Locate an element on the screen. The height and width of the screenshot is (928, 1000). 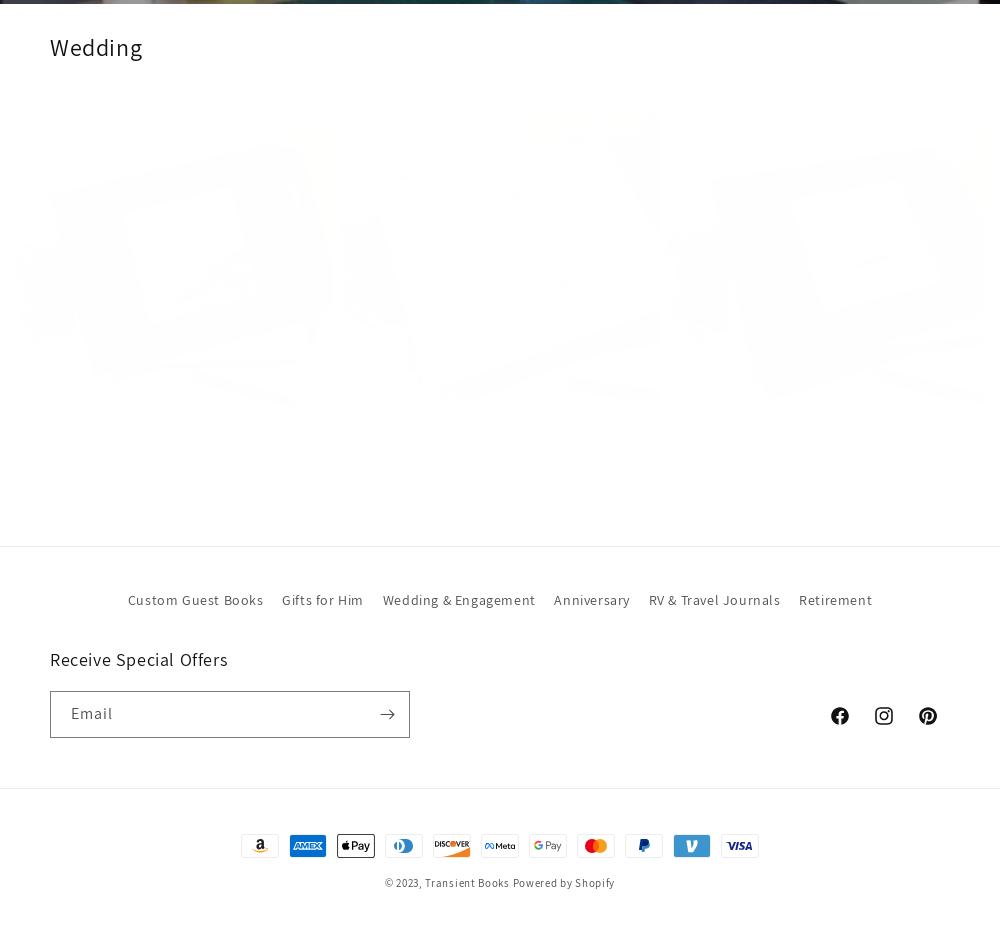
'Gifts for Him' is located at coordinates (322, 599).